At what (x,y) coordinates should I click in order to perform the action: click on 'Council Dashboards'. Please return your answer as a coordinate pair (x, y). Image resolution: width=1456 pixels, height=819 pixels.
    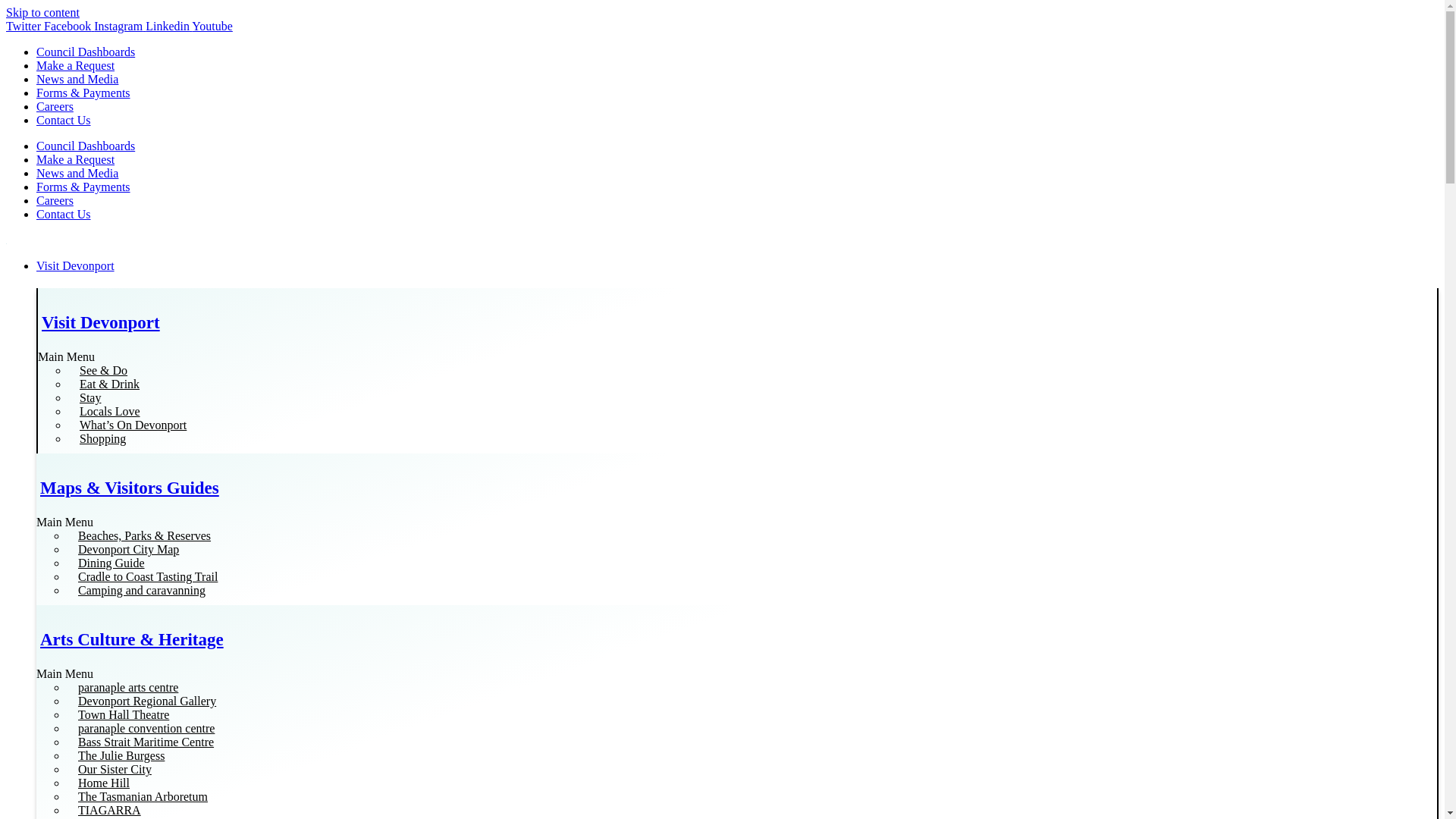
    Looking at the image, I should click on (85, 51).